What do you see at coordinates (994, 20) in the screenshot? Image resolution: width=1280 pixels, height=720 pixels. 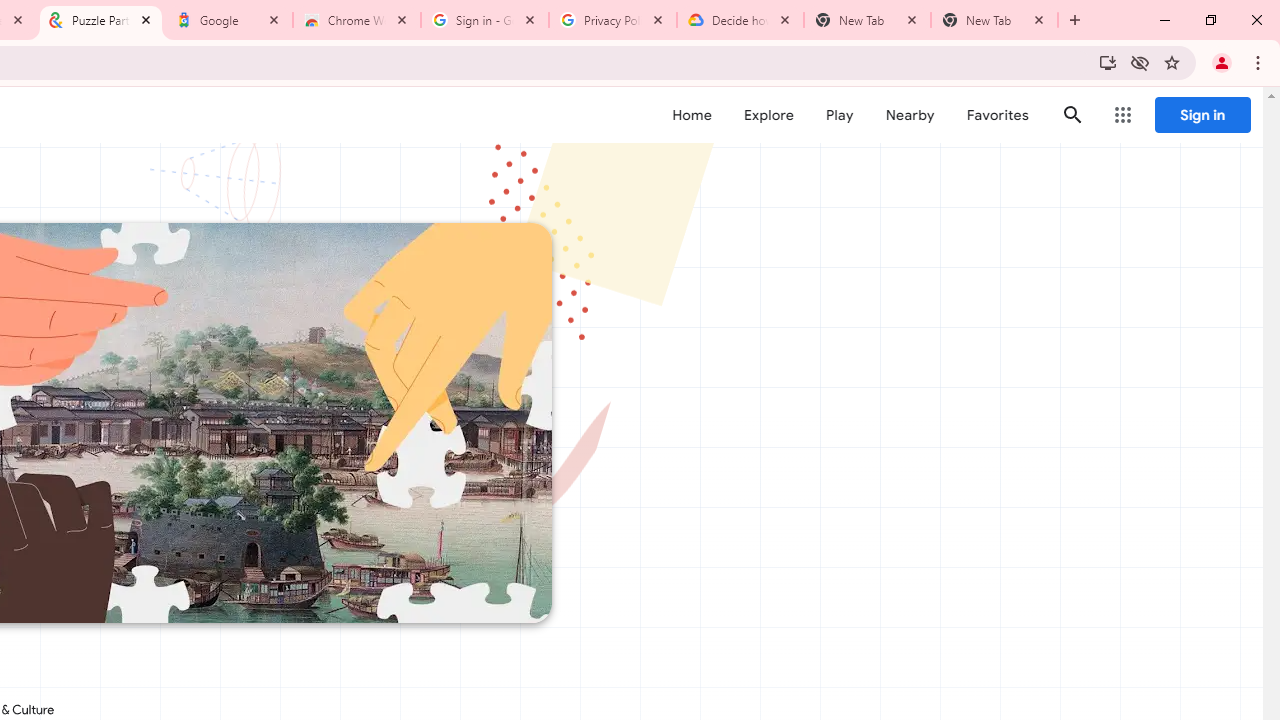 I see `'New Tab'` at bounding box center [994, 20].